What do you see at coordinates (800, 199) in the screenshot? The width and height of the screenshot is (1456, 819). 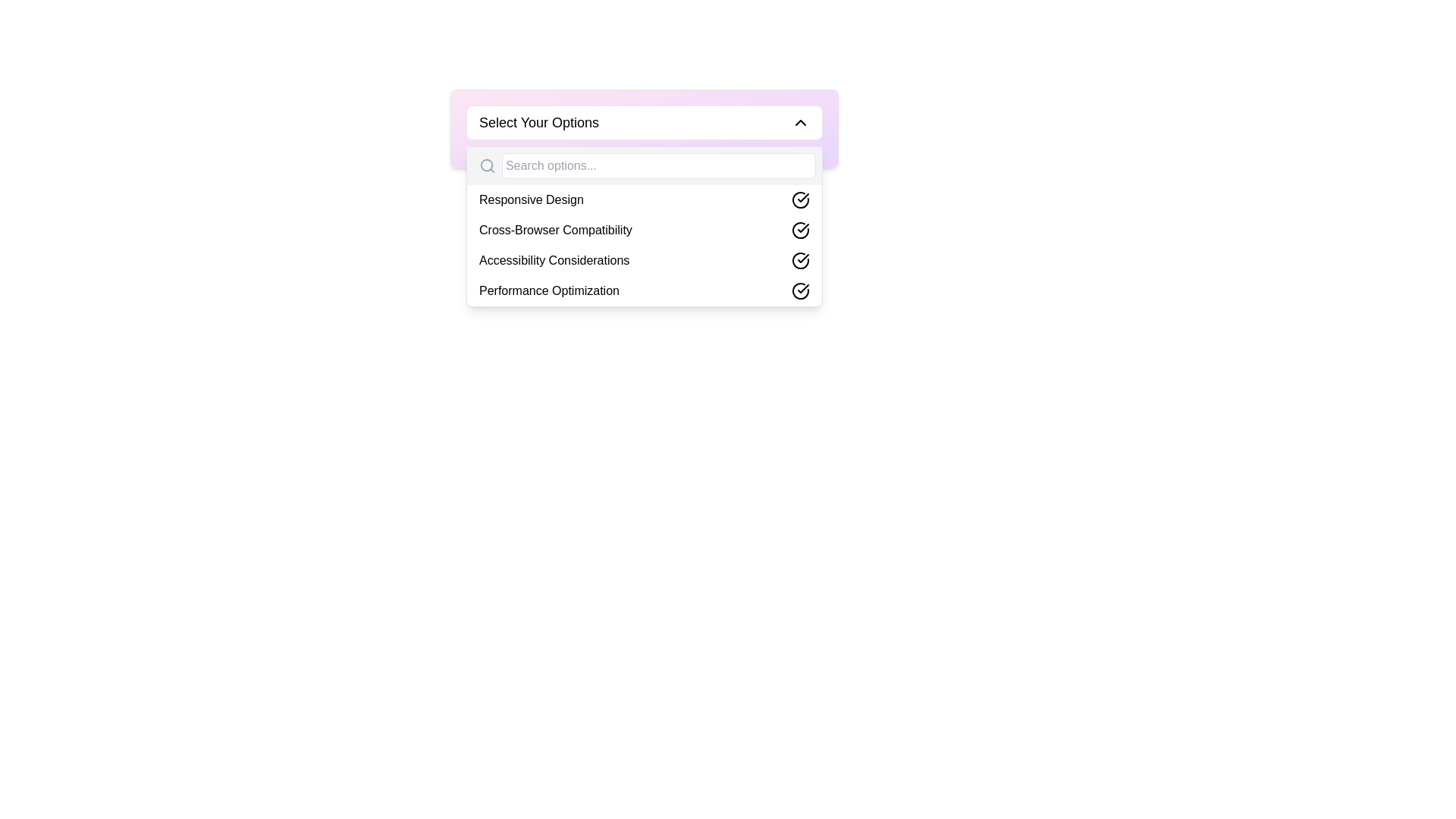 I see `the checkbox-like icon with a checkmark inside, located to the far-right of the 'Responsive Design' text in the dropdown options` at bounding box center [800, 199].